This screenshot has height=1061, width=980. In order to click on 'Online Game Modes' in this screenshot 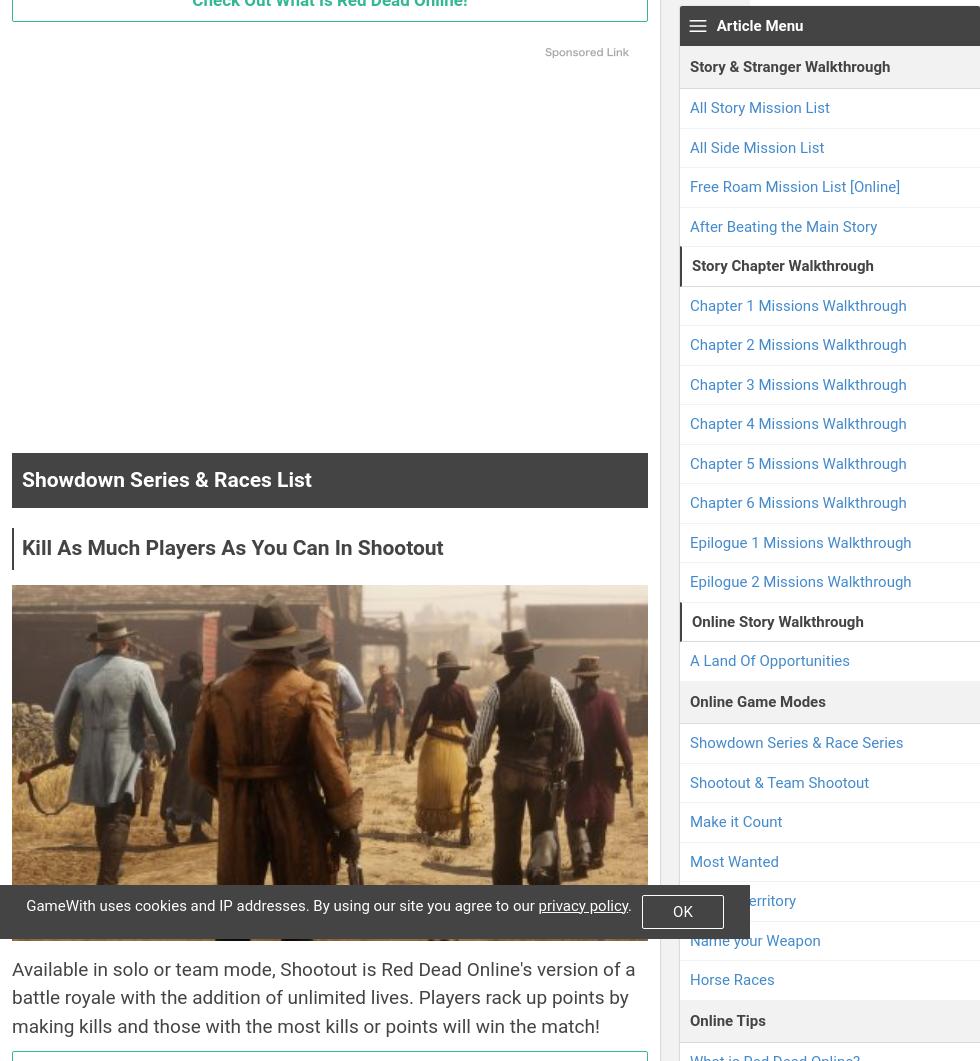, I will do `click(757, 700)`.